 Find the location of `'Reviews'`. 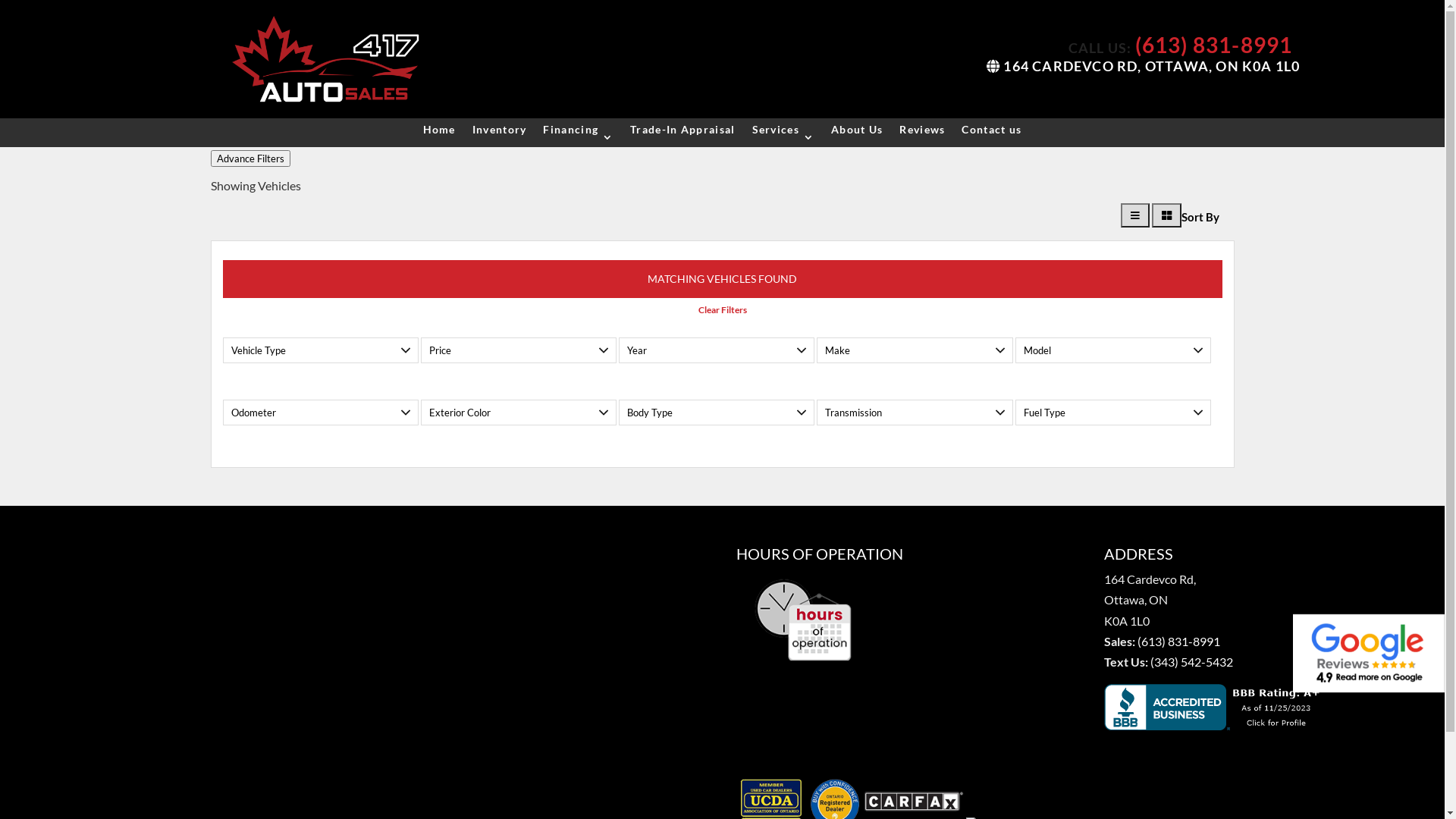

'Reviews' is located at coordinates (921, 131).